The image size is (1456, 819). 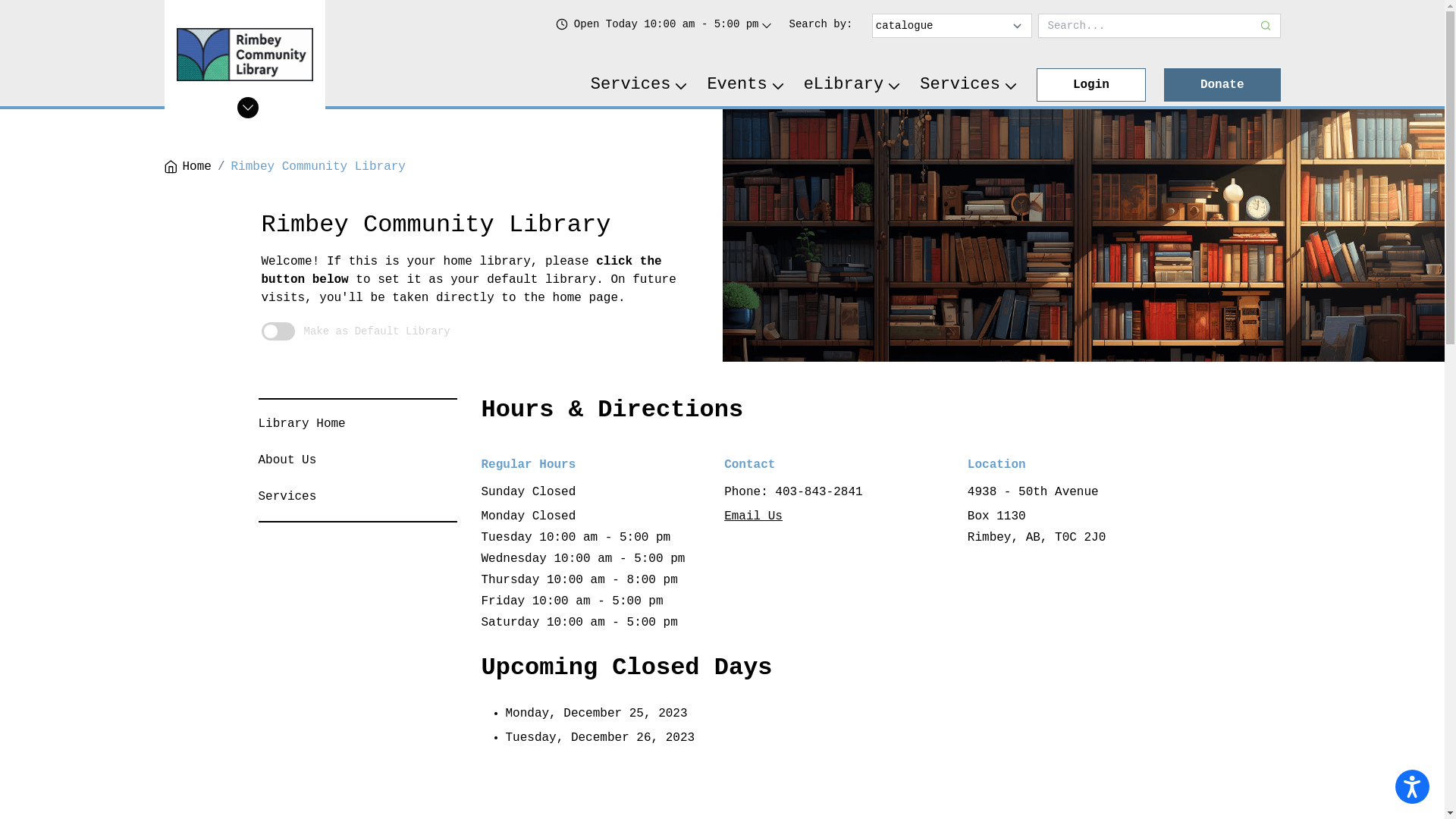 What do you see at coordinates (301, 424) in the screenshot?
I see `'Library Home'` at bounding box center [301, 424].